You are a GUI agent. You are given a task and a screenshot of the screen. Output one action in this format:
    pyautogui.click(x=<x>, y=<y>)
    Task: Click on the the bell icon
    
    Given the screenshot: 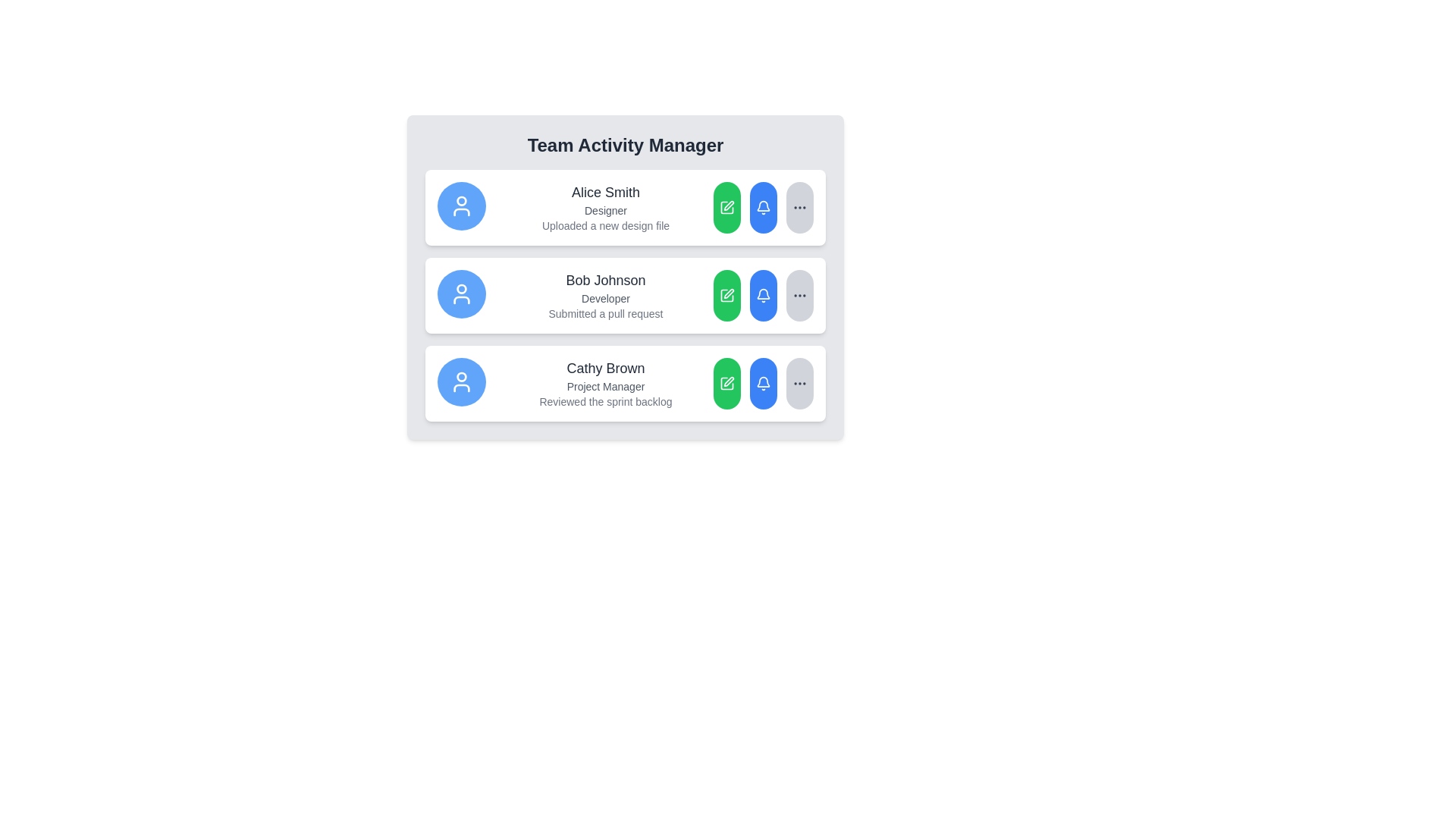 What is the action you would take?
    pyautogui.click(x=764, y=293)
    